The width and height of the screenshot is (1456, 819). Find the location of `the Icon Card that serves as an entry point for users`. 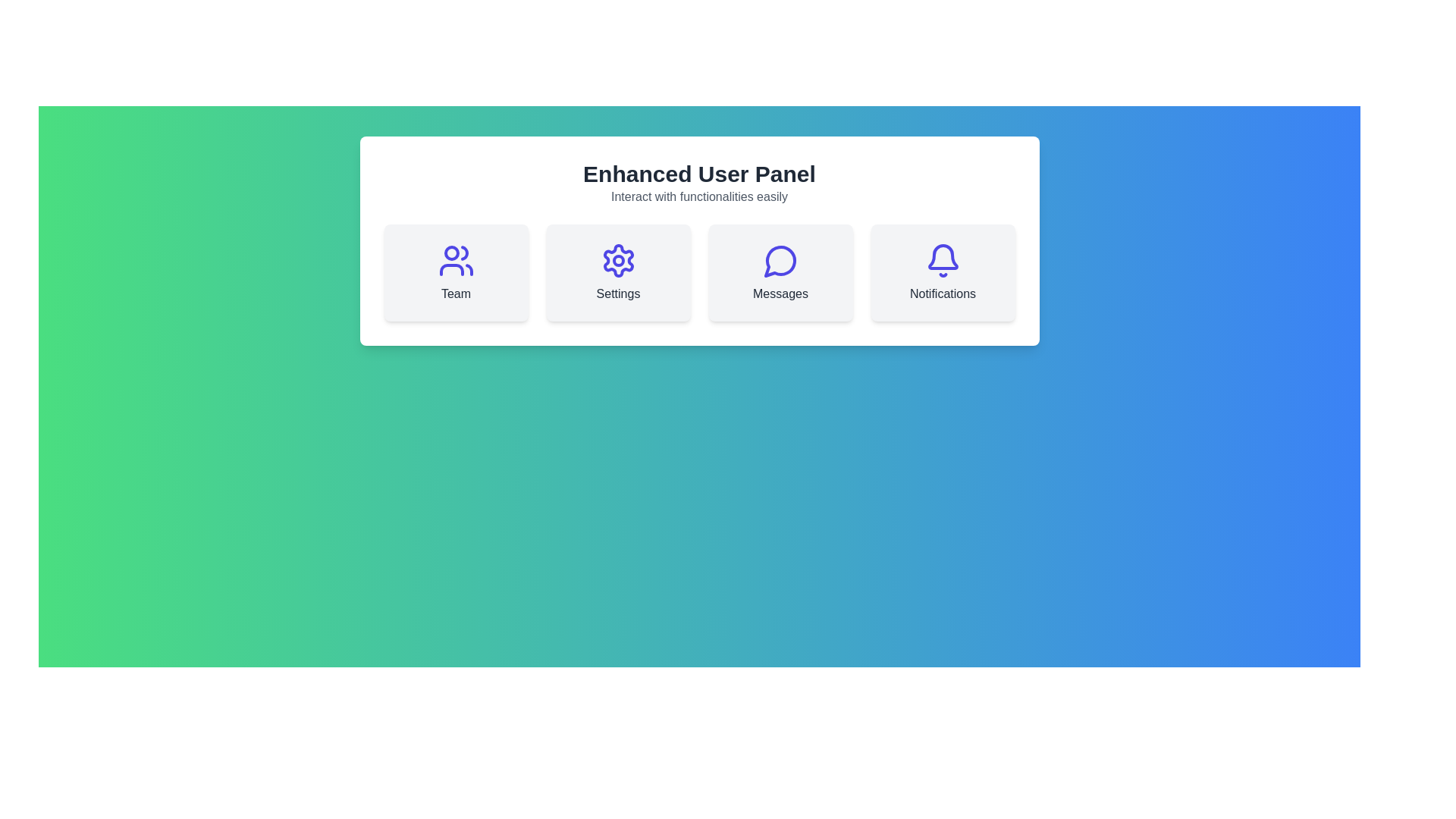

the Icon Card that serves as an entry point for users is located at coordinates (942, 271).